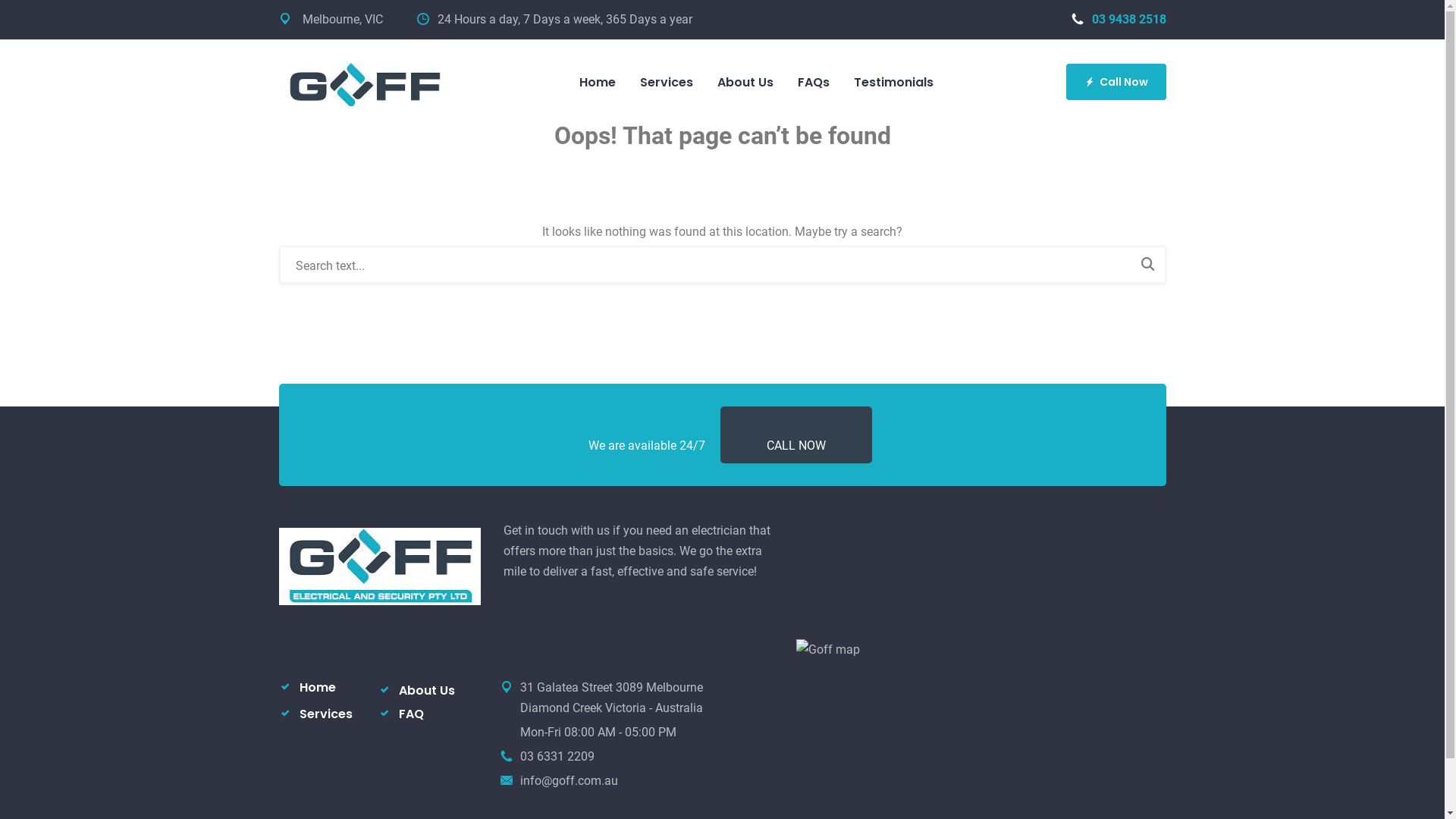 The width and height of the screenshot is (1456, 819). Describe the element at coordinates (556, 756) in the screenshot. I see `'03 6331 2209'` at that location.